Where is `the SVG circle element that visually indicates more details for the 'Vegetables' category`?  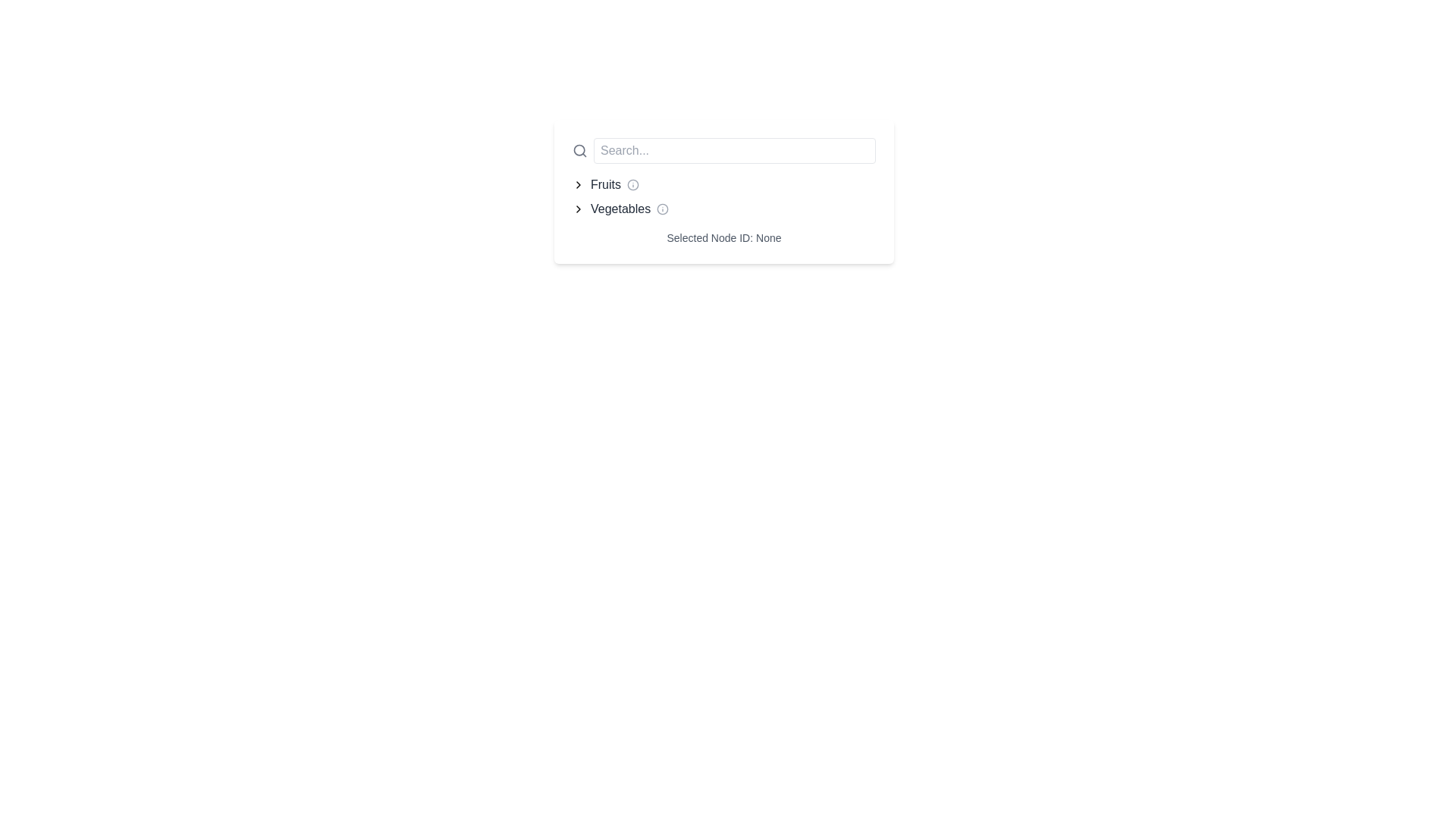
the SVG circle element that visually indicates more details for the 'Vegetables' category is located at coordinates (663, 209).